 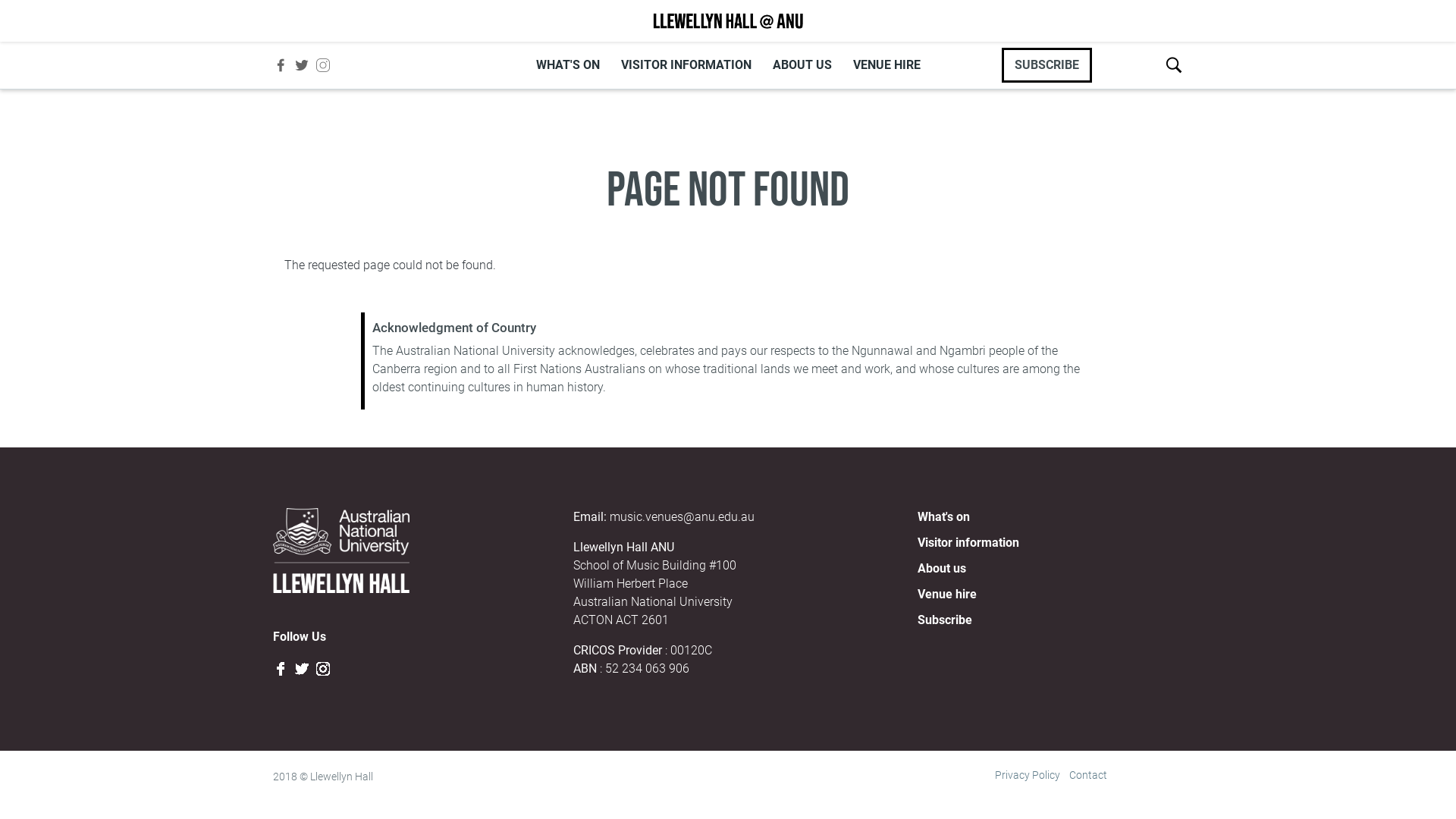 I want to click on 'music.venues@anu.edu.au', so click(x=681, y=516).